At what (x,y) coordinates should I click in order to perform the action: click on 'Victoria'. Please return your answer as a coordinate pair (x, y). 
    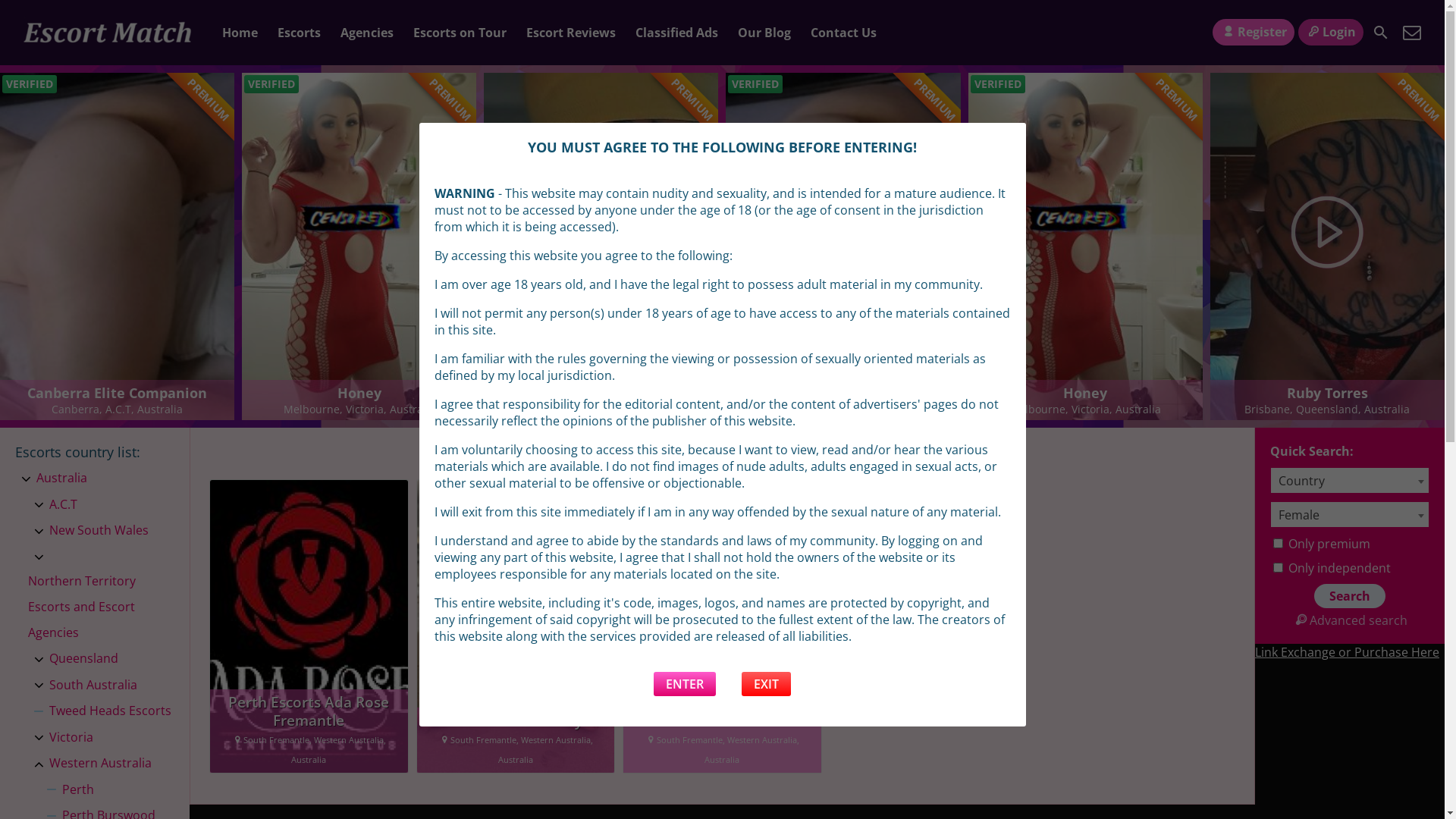
    Looking at the image, I should click on (71, 736).